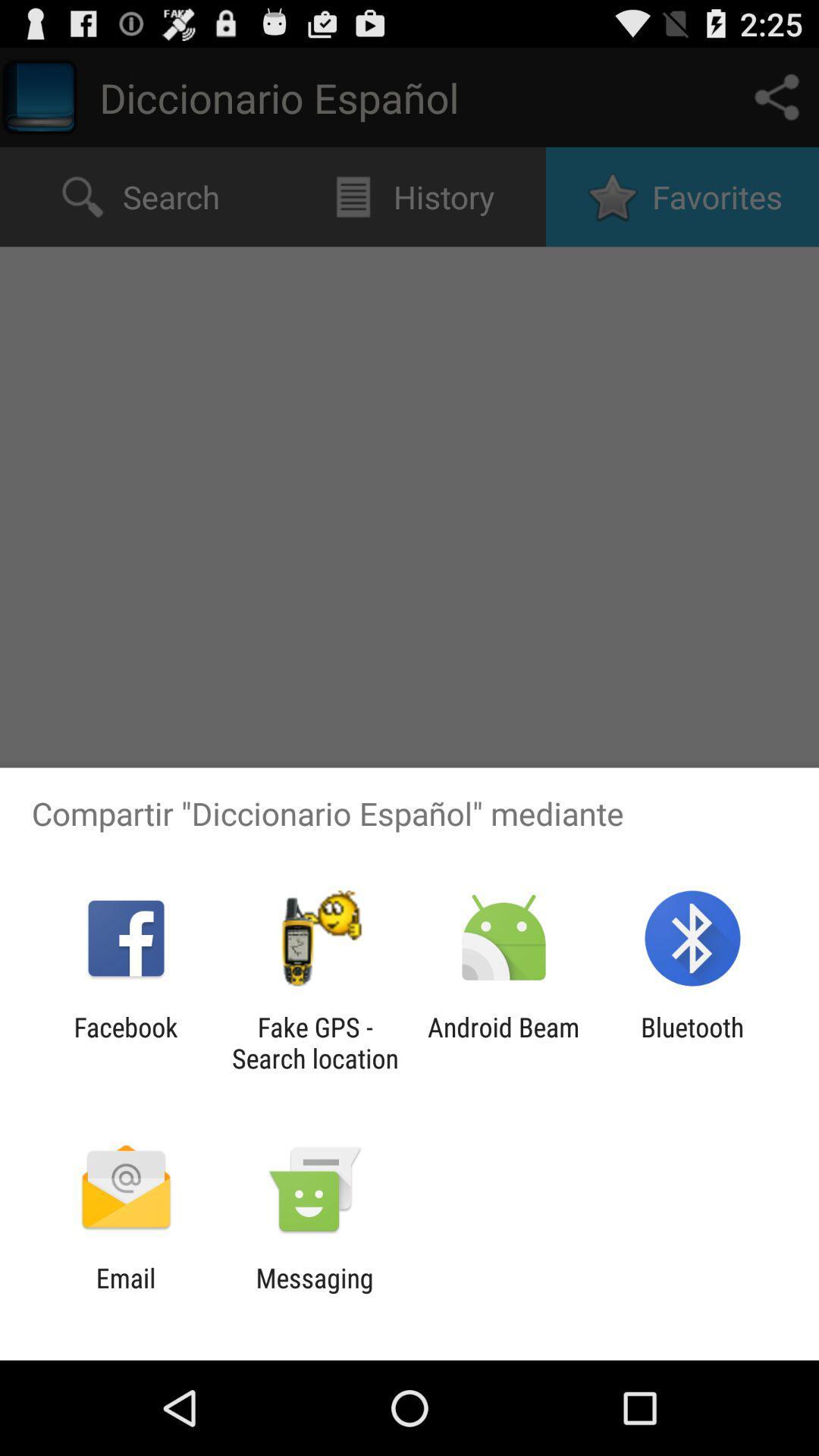 The image size is (819, 1456). Describe the element at coordinates (125, 1042) in the screenshot. I see `the facebook icon` at that location.